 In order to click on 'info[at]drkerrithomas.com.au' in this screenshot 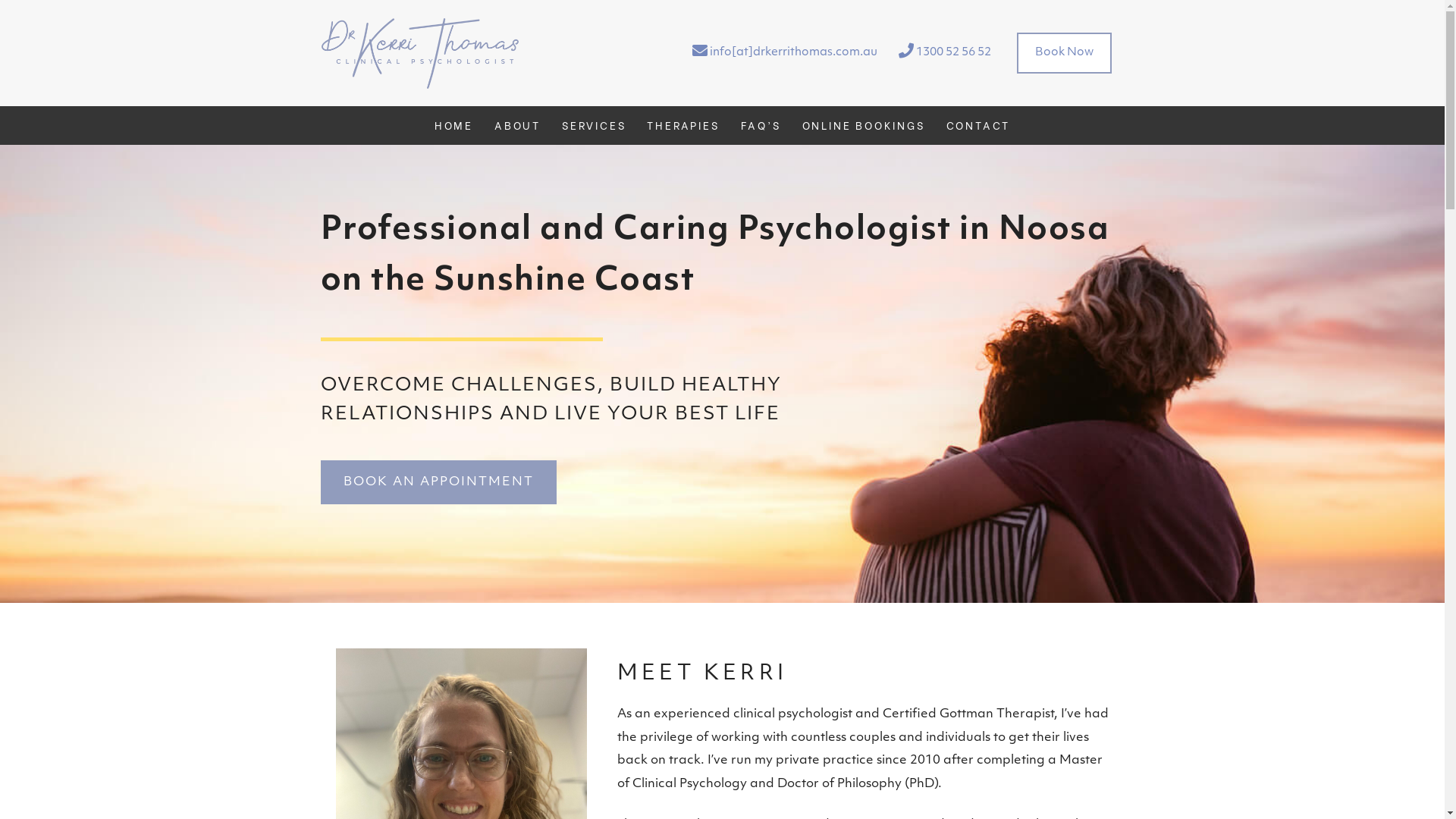, I will do `click(783, 52)`.